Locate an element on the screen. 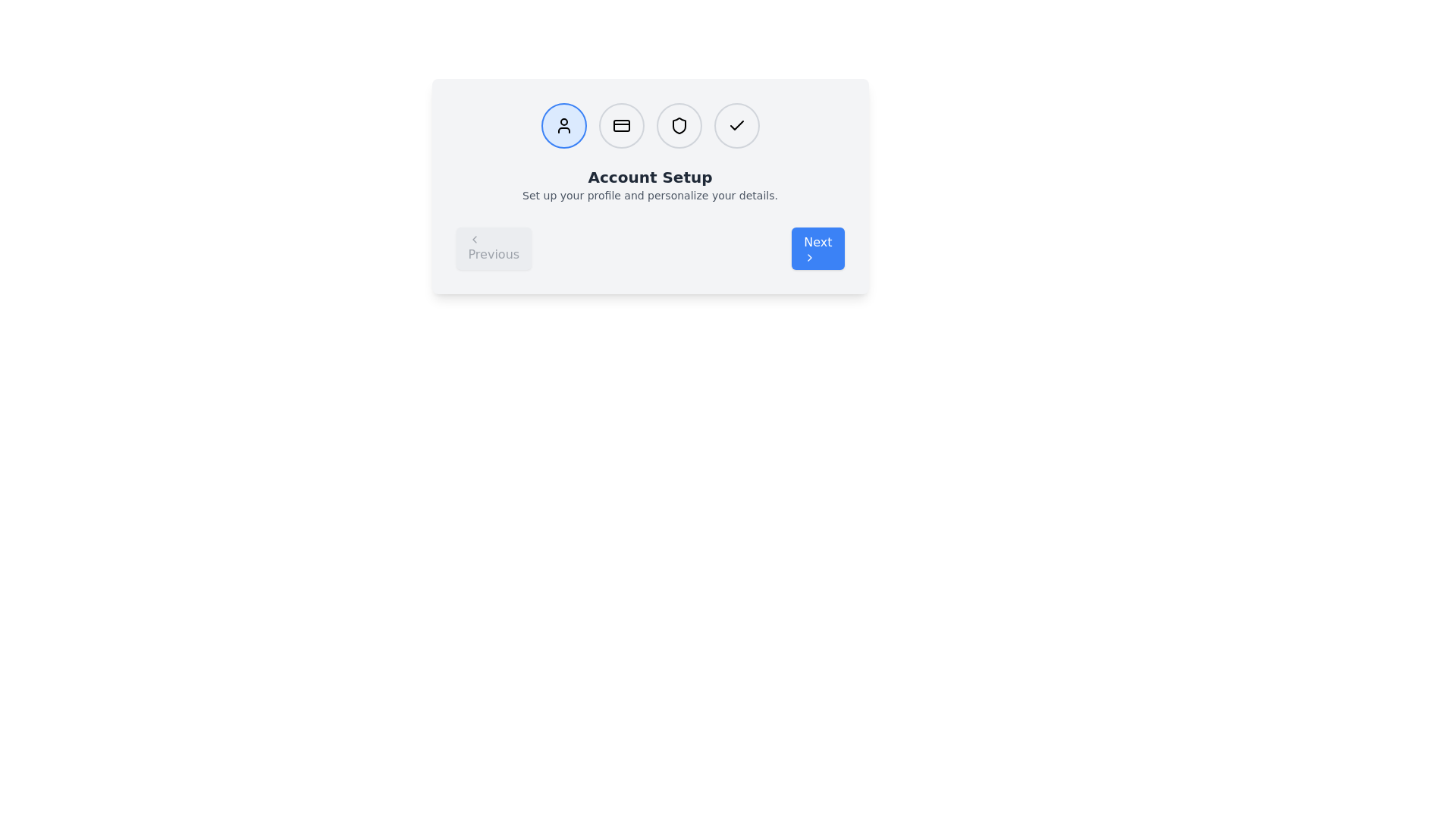  the confirmation icon with a checkmark symbol, located as the fourth icon in a horizontal layout of circular icons is located at coordinates (736, 124).